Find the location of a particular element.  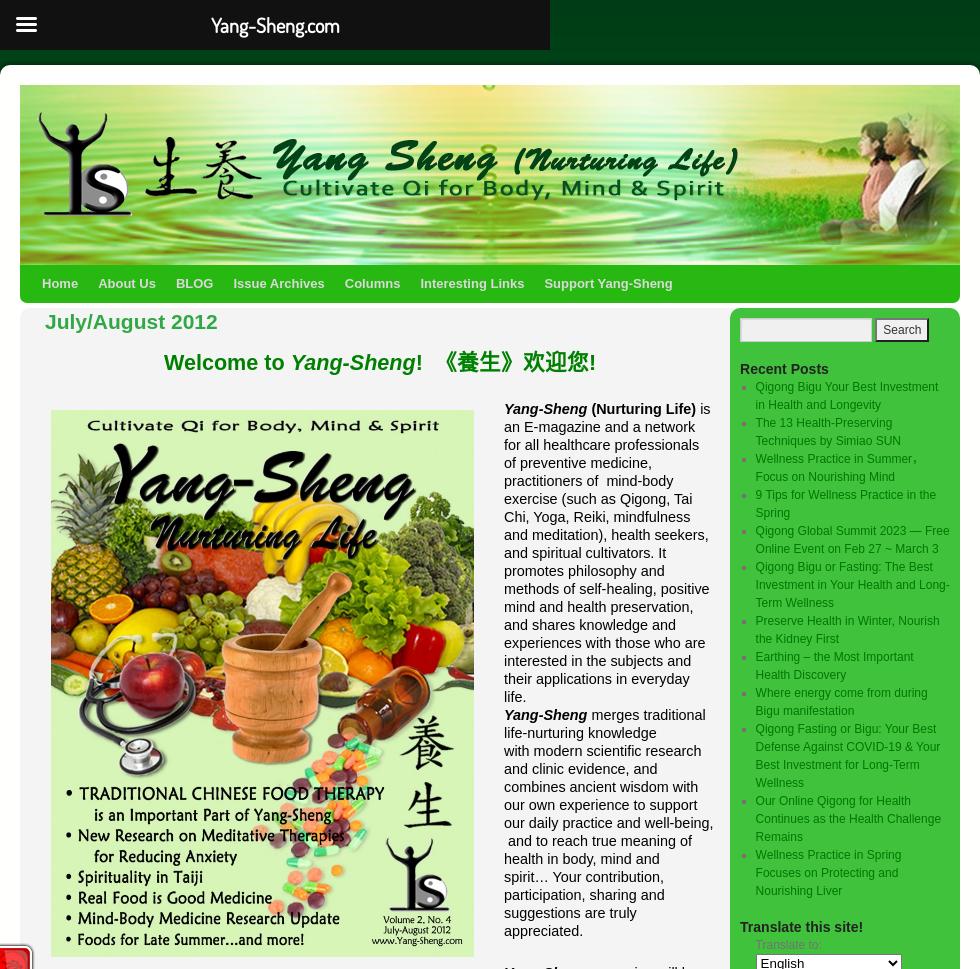

'is an E-magazine and a network for all healthcare professionals of preventive medicine, practitioners of  mind-body exercise (such as Qigong, Tai Chi, Yoga, Reiki, mindfulness and meditation), health seekers, and spiritual cultivators. It promotes philosophy and methods of self-healing, positive mind and health preservation, and shares knowledge and experiences with those who are interested in the subjects and their applications in everyday life.' is located at coordinates (607, 552).